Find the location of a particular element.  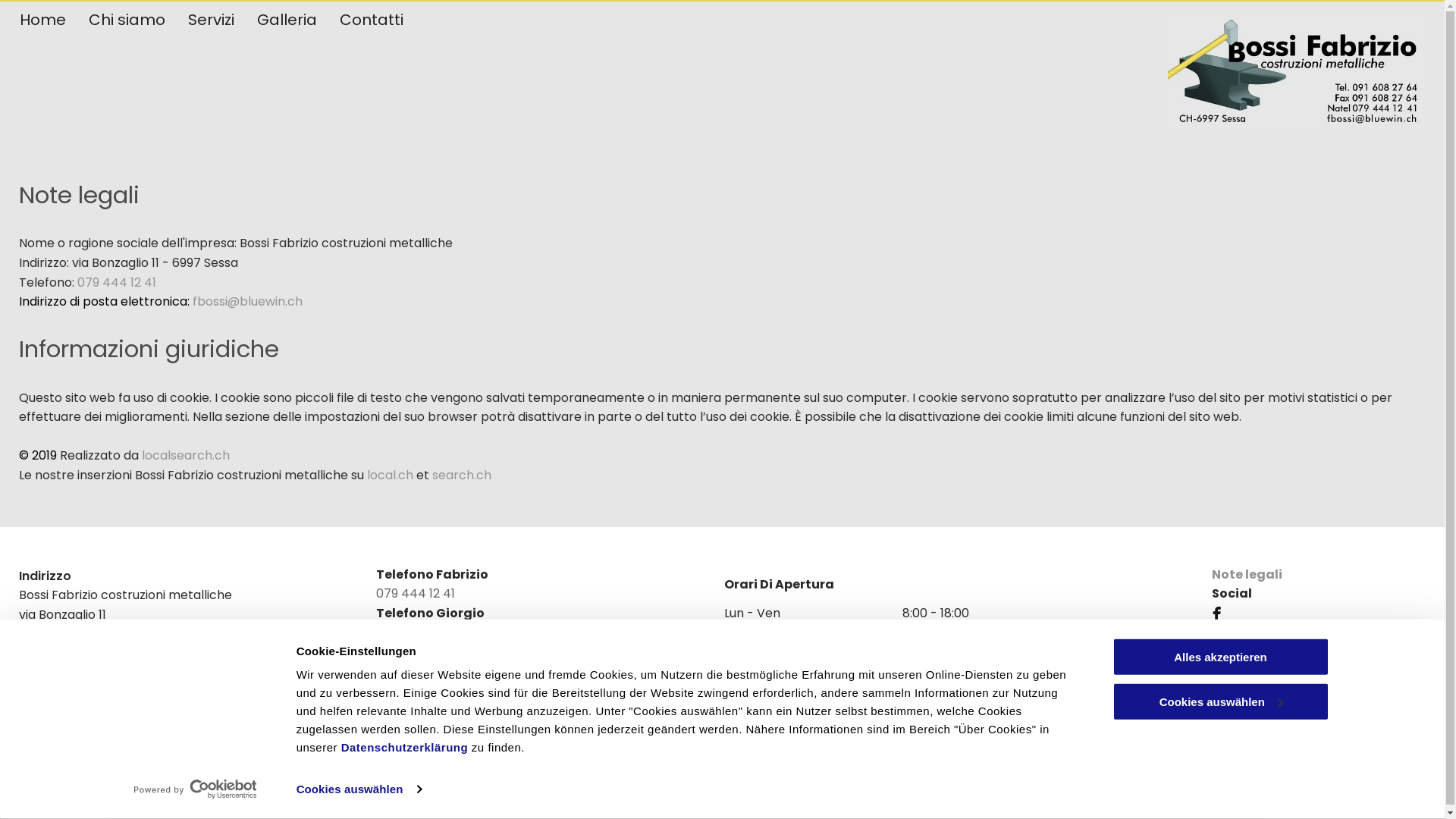

'Servizi' is located at coordinates (210, 18).